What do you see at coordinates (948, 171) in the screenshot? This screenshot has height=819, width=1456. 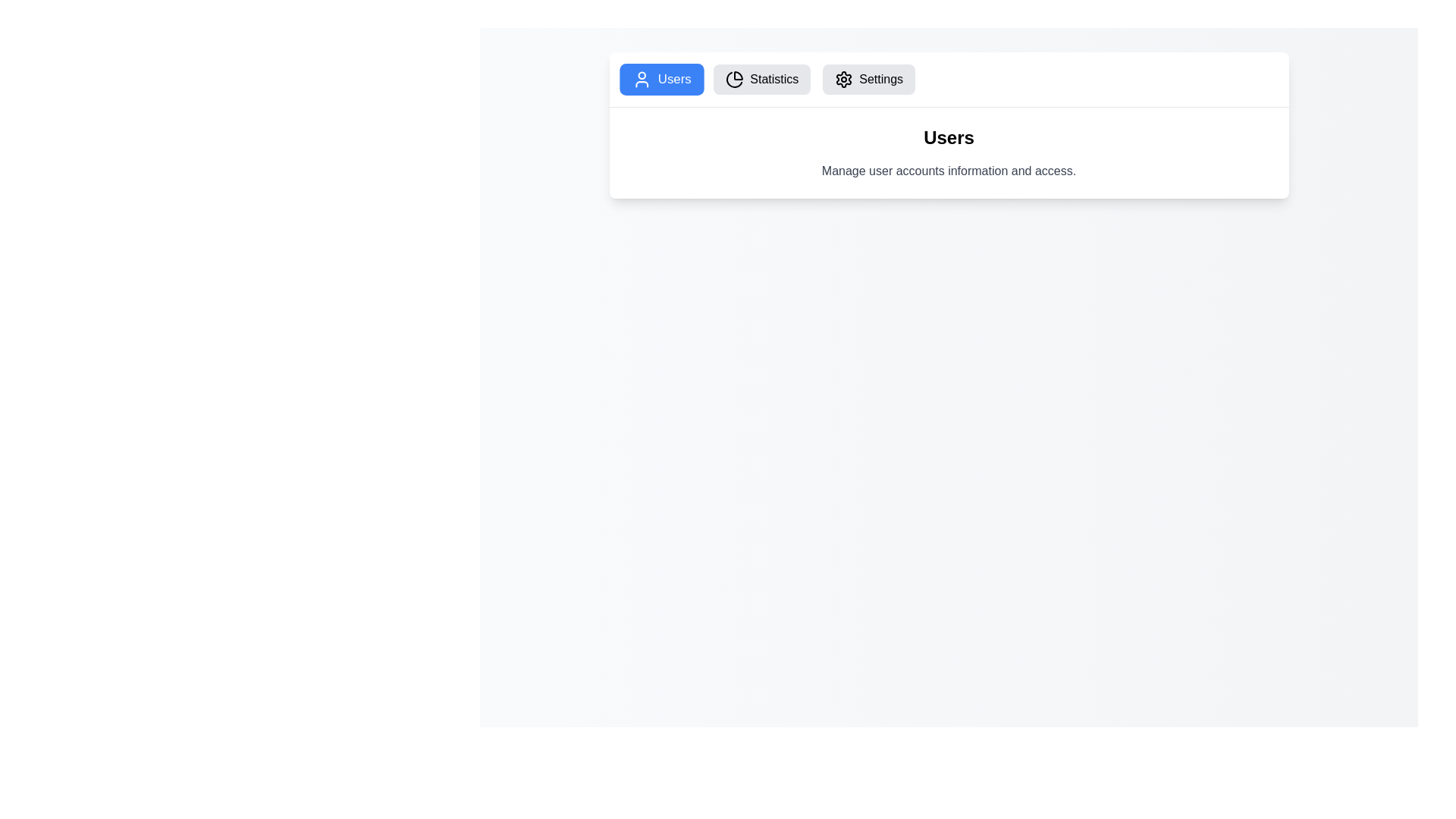 I see `the text label element that reads 'Manage user accounts information and access.', which is styled in gray and positioned below the title 'Users'` at bounding box center [948, 171].